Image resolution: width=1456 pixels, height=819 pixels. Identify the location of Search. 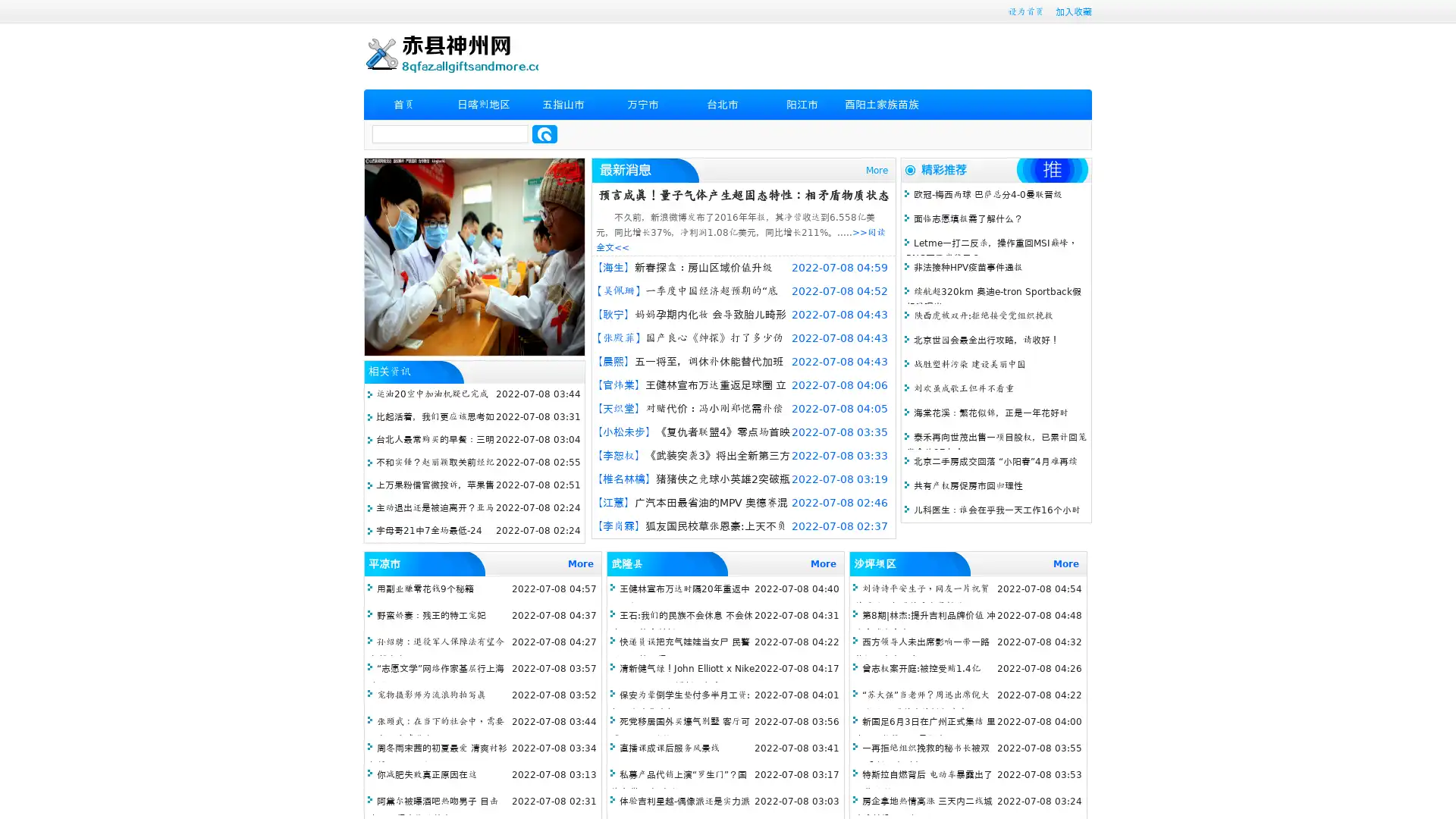
(544, 133).